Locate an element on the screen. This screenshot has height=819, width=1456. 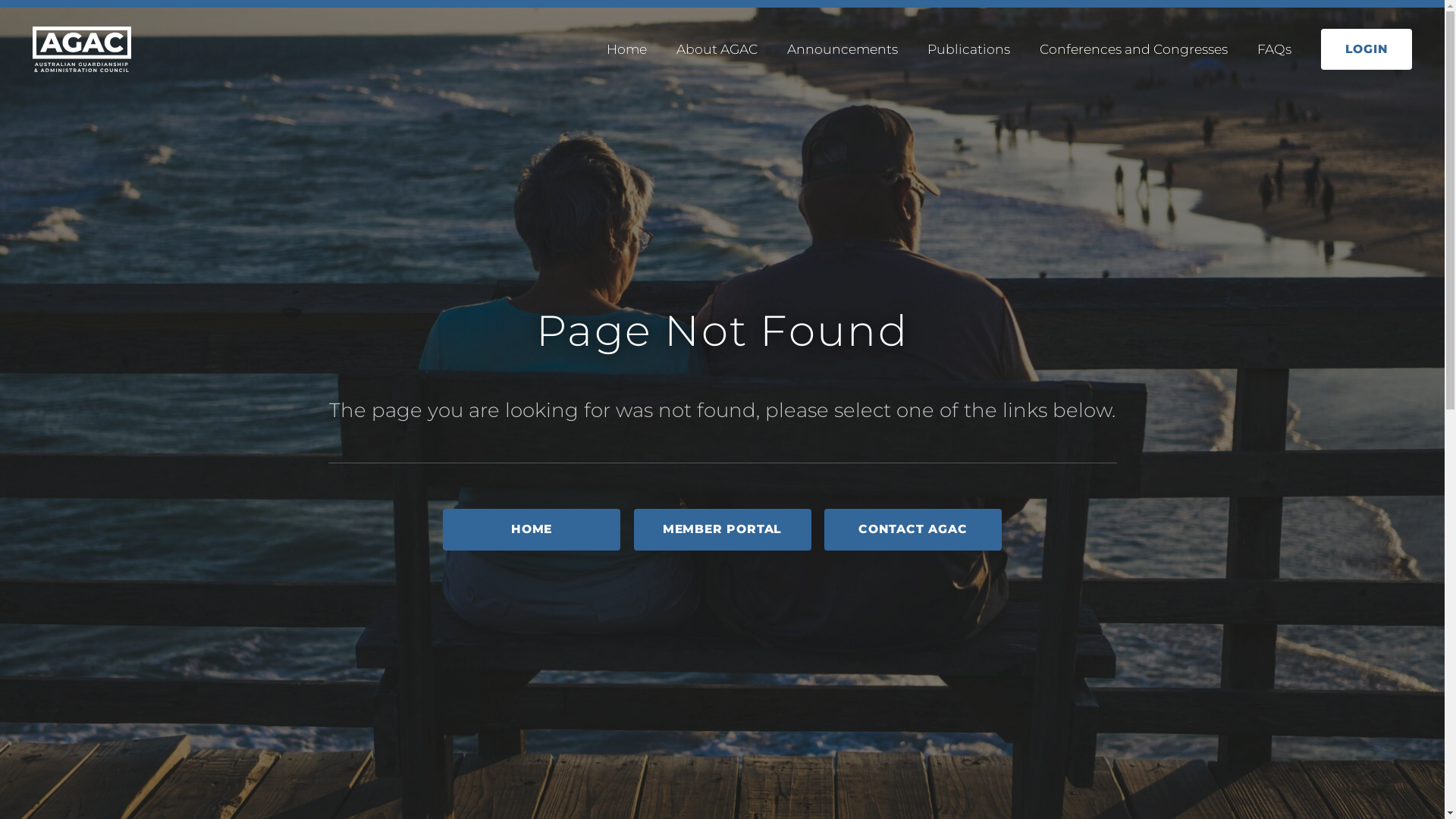
'Announcements' is located at coordinates (841, 48).